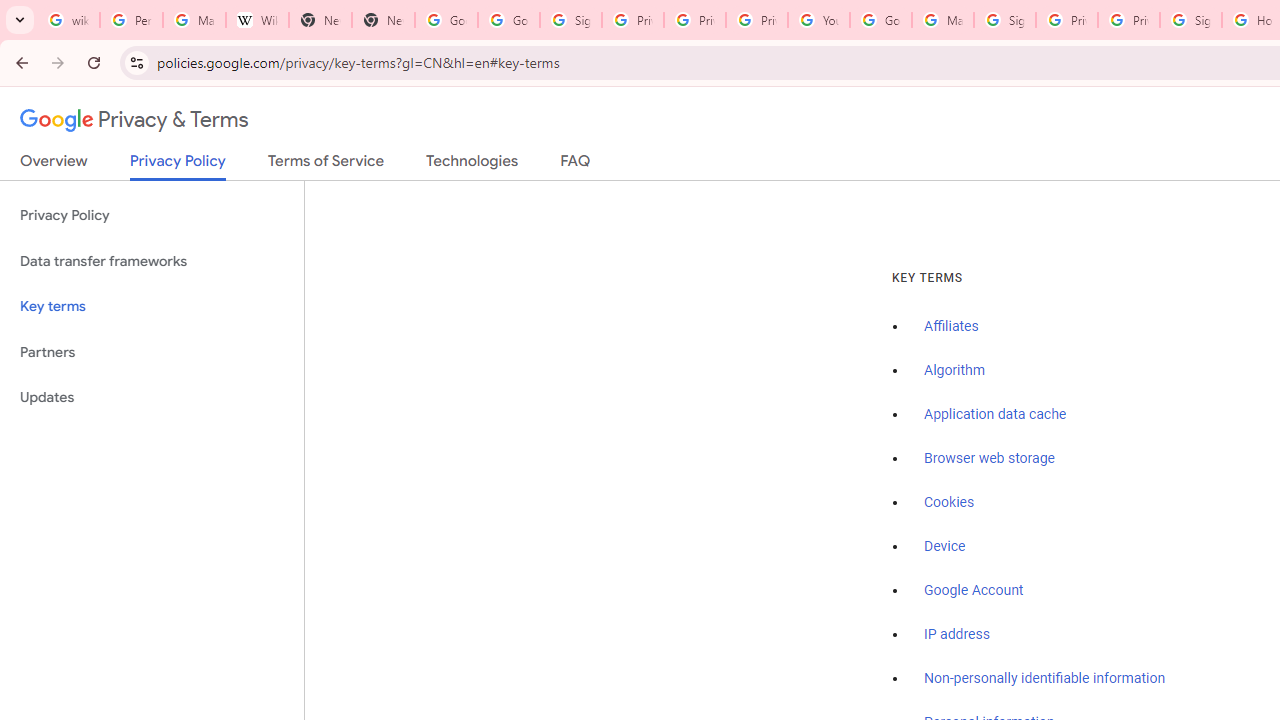 This screenshot has height=720, width=1280. I want to click on 'Device', so click(944, 546).